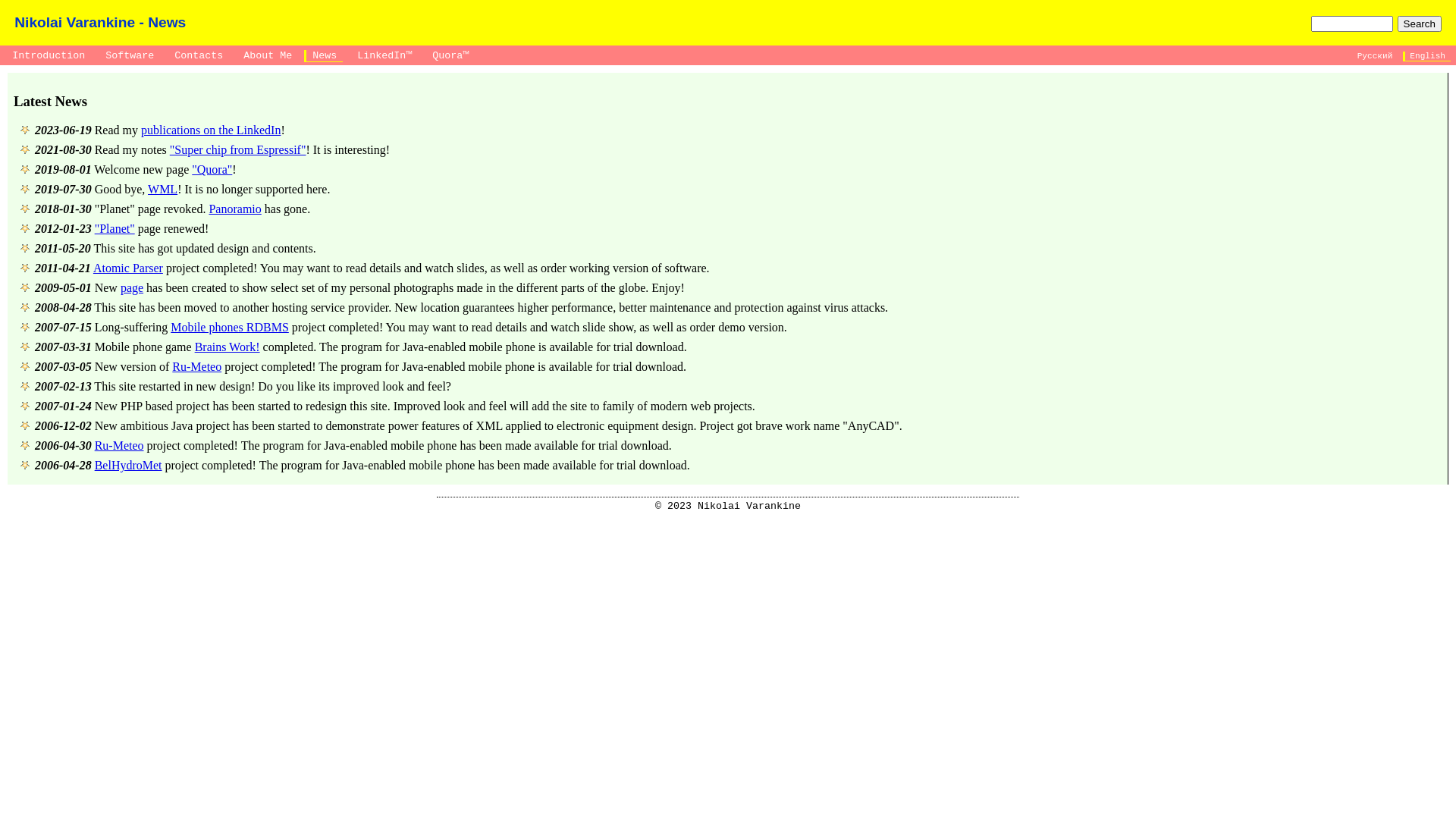 The width and height of the screenshot is (1456, 819). Describe the element at coordinates (228, 326) in the screenshot. I see `'Mobile phones RDBMS'` at that location.